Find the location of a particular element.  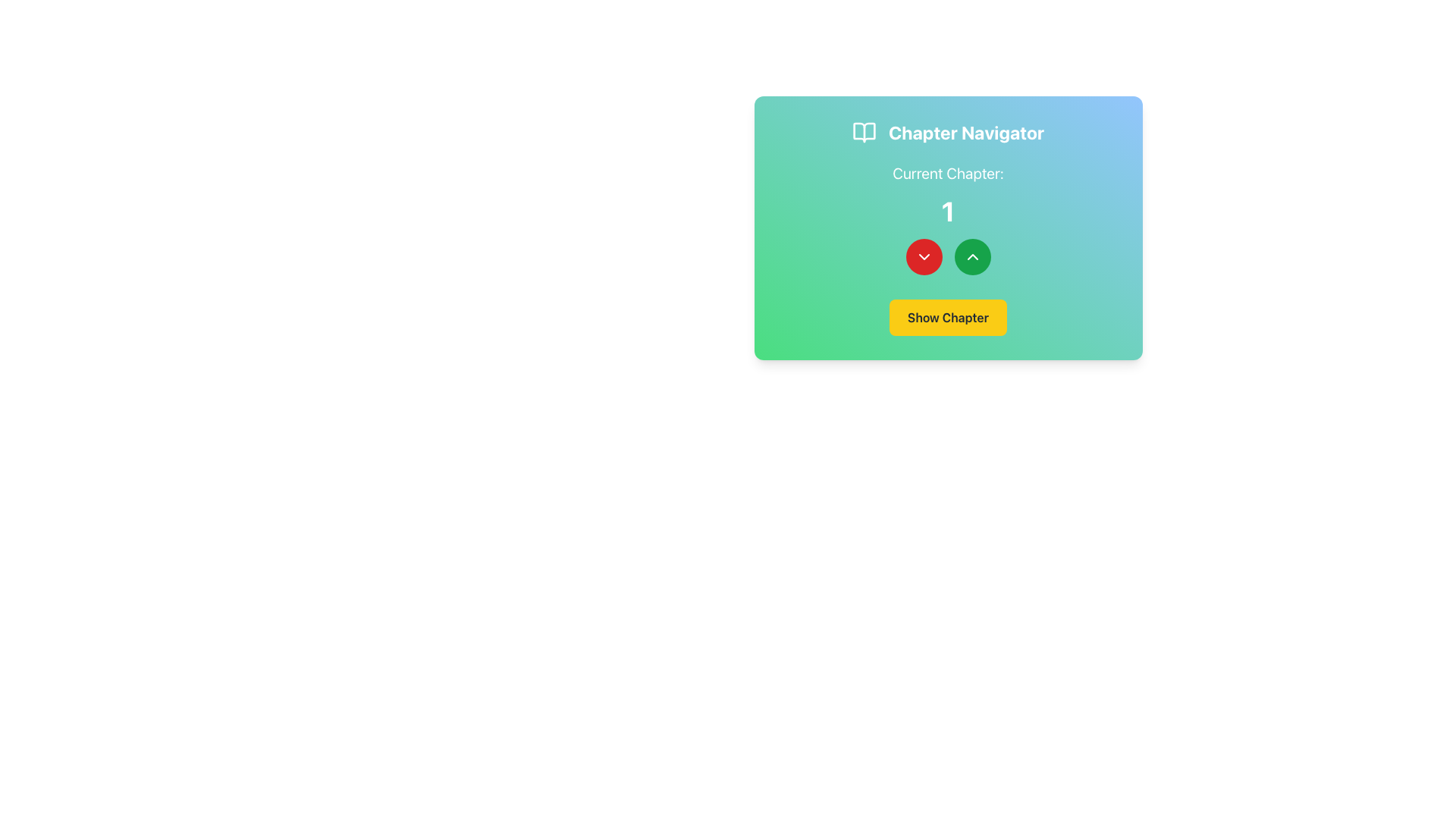

the bold text label displaying 'Chapter Navigator' located in the top central area of the card interface is located at coordinates (965, 131).